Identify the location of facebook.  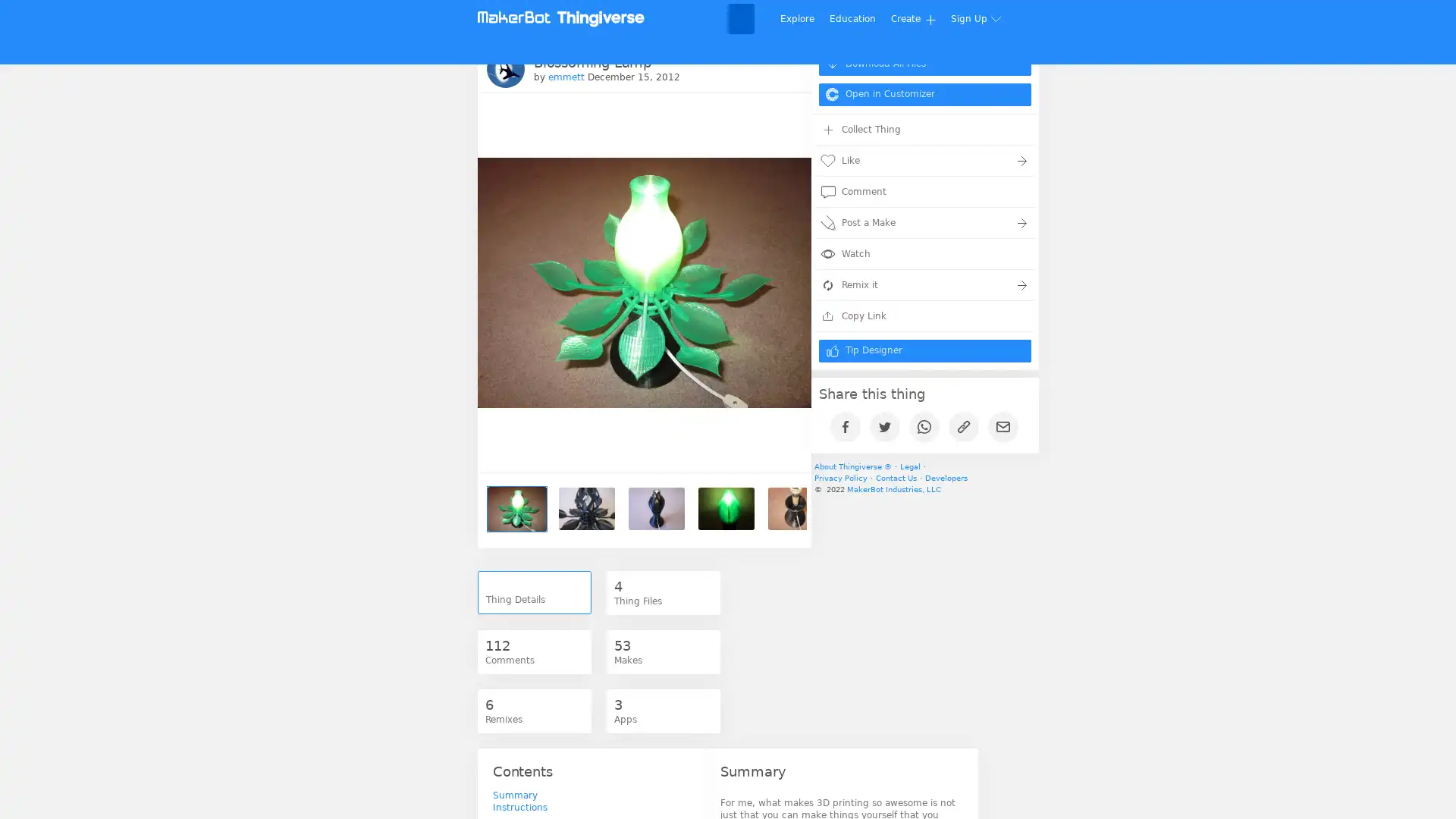
(850, 425).